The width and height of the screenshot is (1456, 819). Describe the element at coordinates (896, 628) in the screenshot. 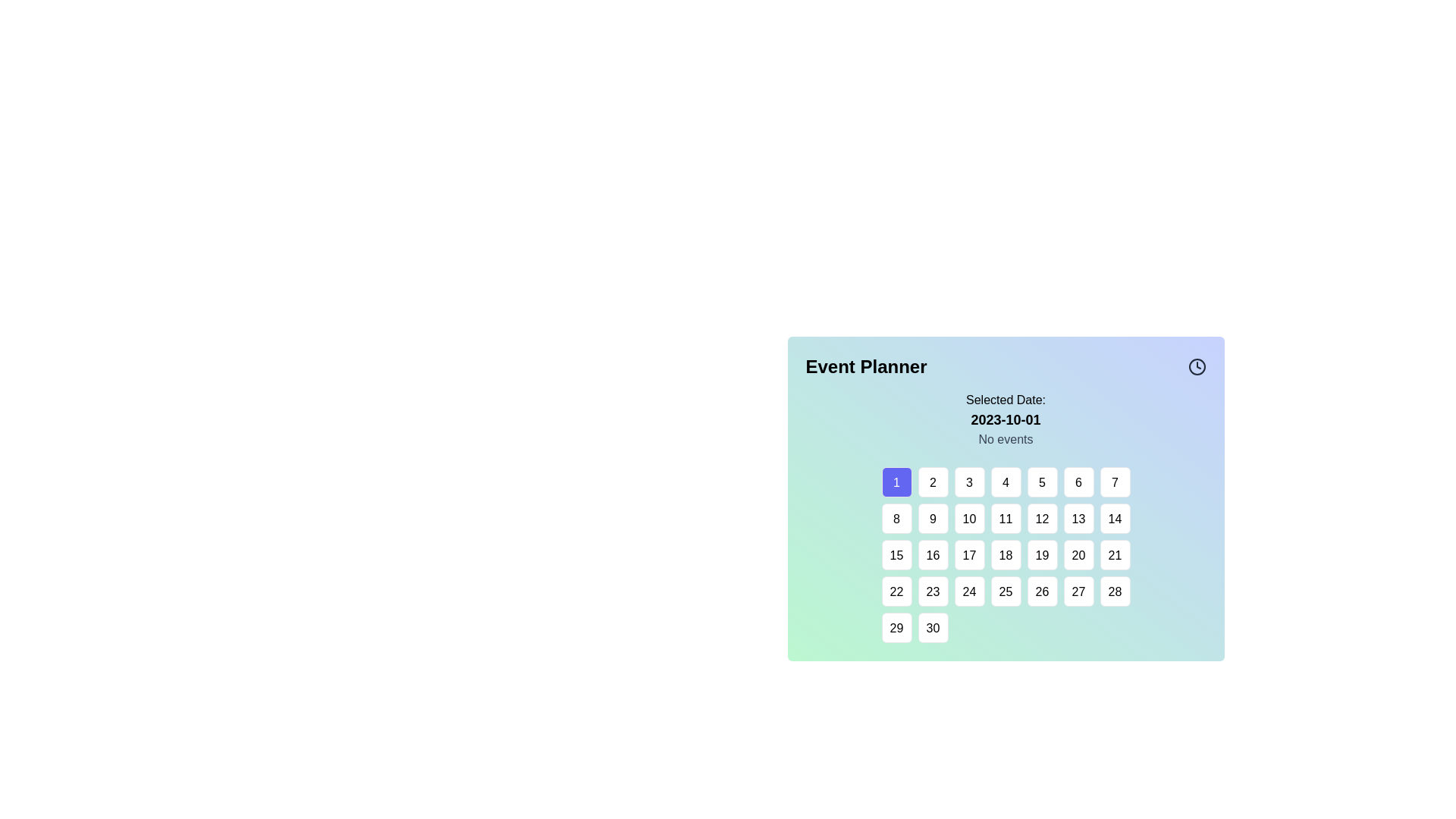

I see `the square button displaying the number '29' located at the bottom-left corner of the calendar interface to enable navigation interactions` at that location.